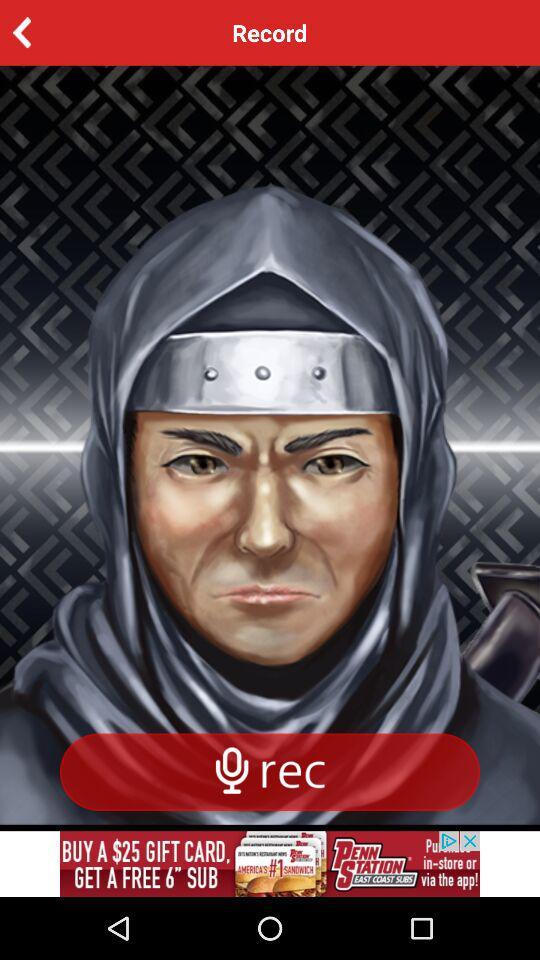 Image resolution: width=540 pixels, height=960 pixels. I want to click on register audio, so click(270, 771).